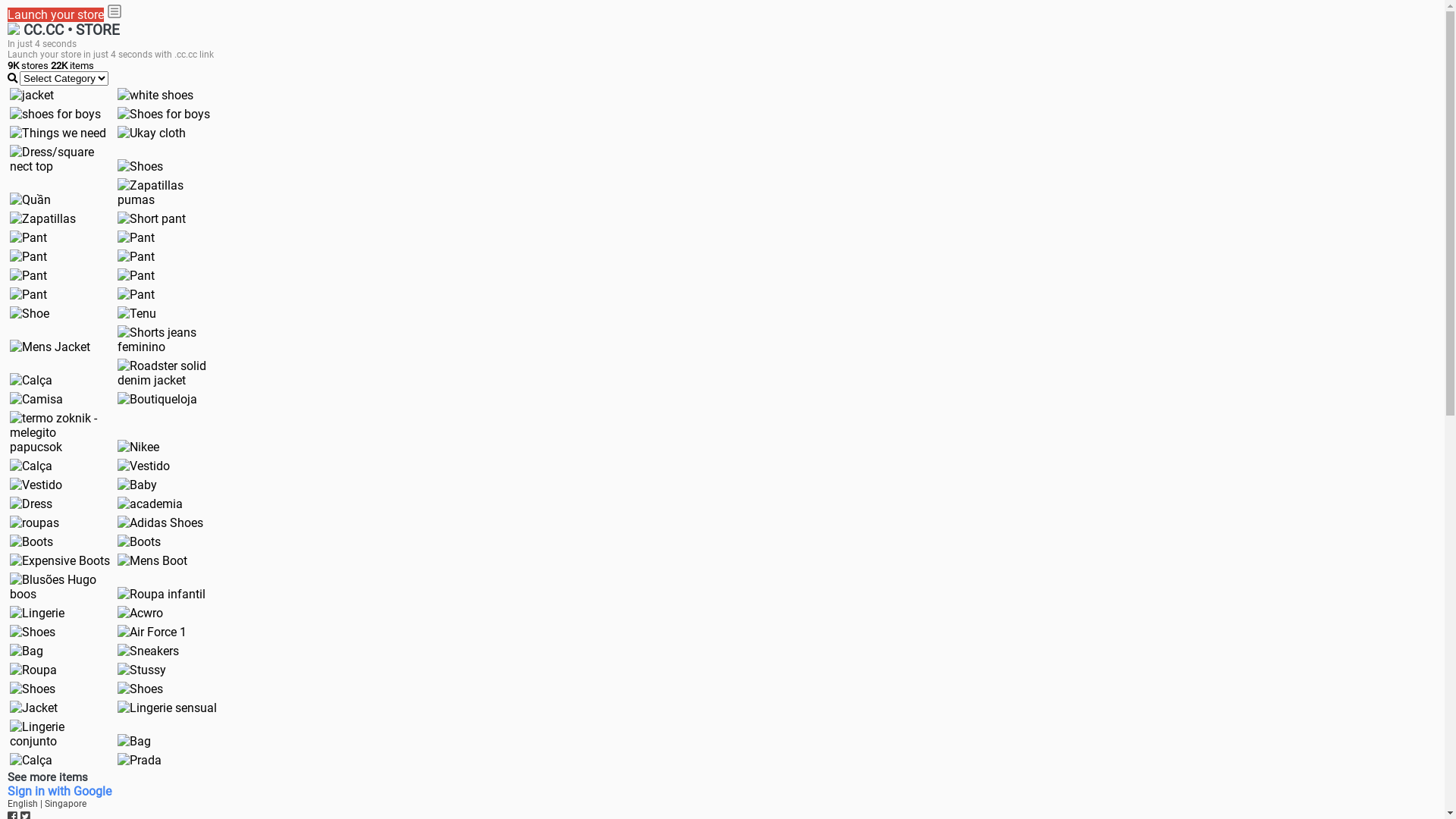 This screenshot has width=1456, height=819. Describe the element at coordinates (10, 256) in the screenshot. I see `'Pant'` at that location.